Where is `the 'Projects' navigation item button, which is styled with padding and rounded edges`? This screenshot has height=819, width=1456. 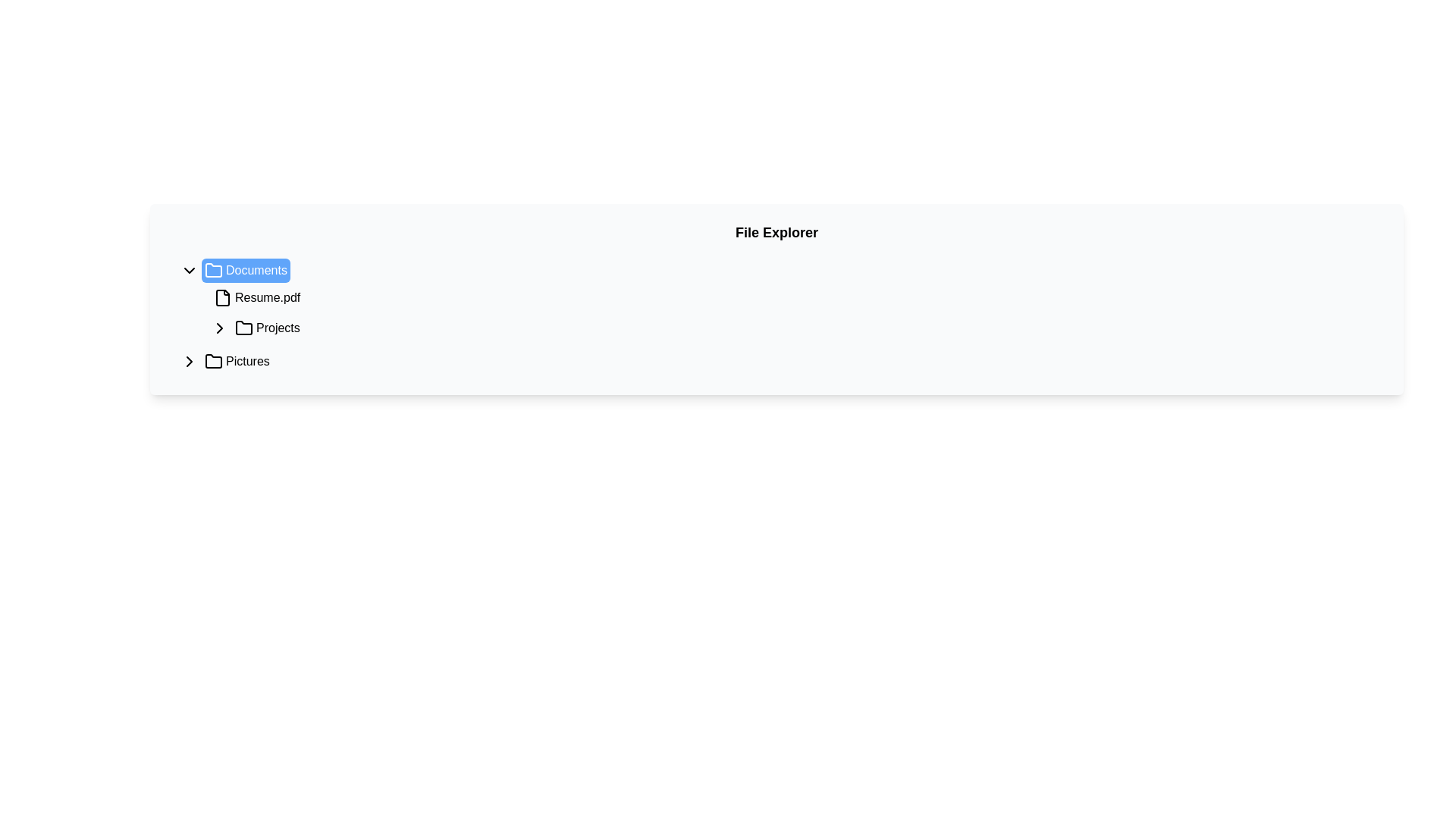
the 'Projects' navigation item button, which is styled with padding and rounded edges is located at coordinates (267, 327).